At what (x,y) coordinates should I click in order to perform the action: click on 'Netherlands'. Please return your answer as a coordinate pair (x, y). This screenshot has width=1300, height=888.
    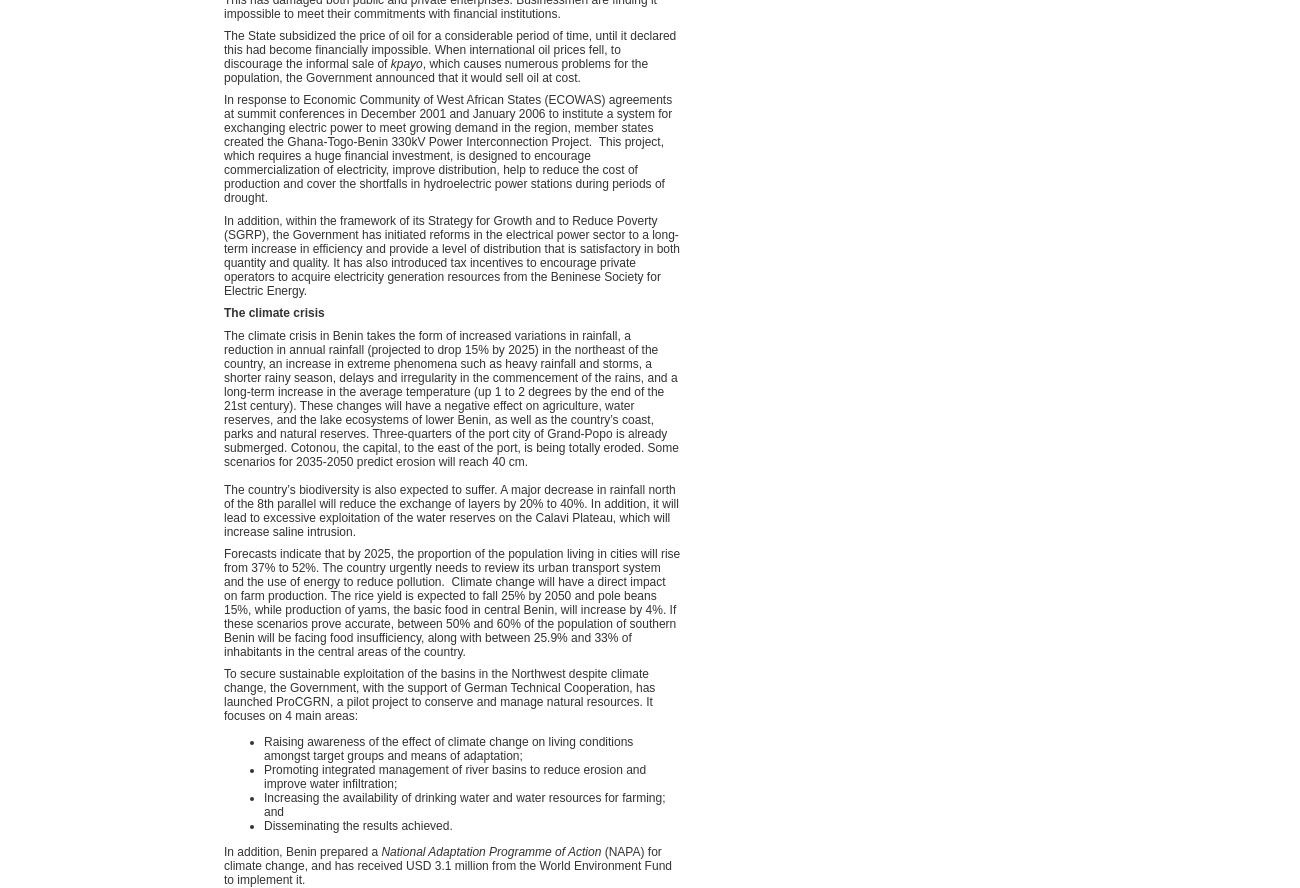
    Looking at the image, I should click on (895, 111).